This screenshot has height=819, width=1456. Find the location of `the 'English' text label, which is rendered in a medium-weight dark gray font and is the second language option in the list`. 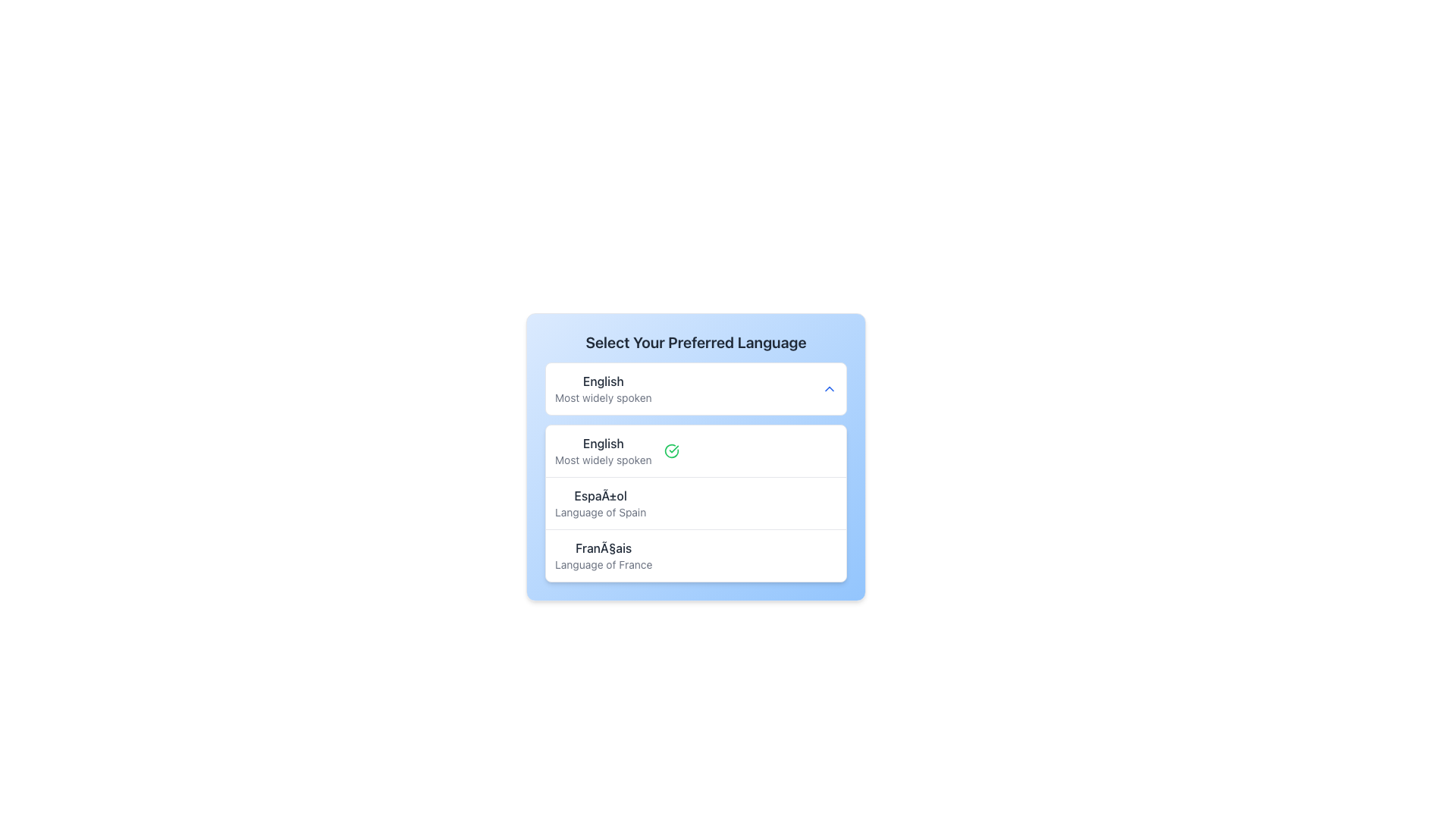

the 'English' text label, which is rendered in a medium-weight dark gray font and is the second language option in the list is located at coordinates (602, 444).